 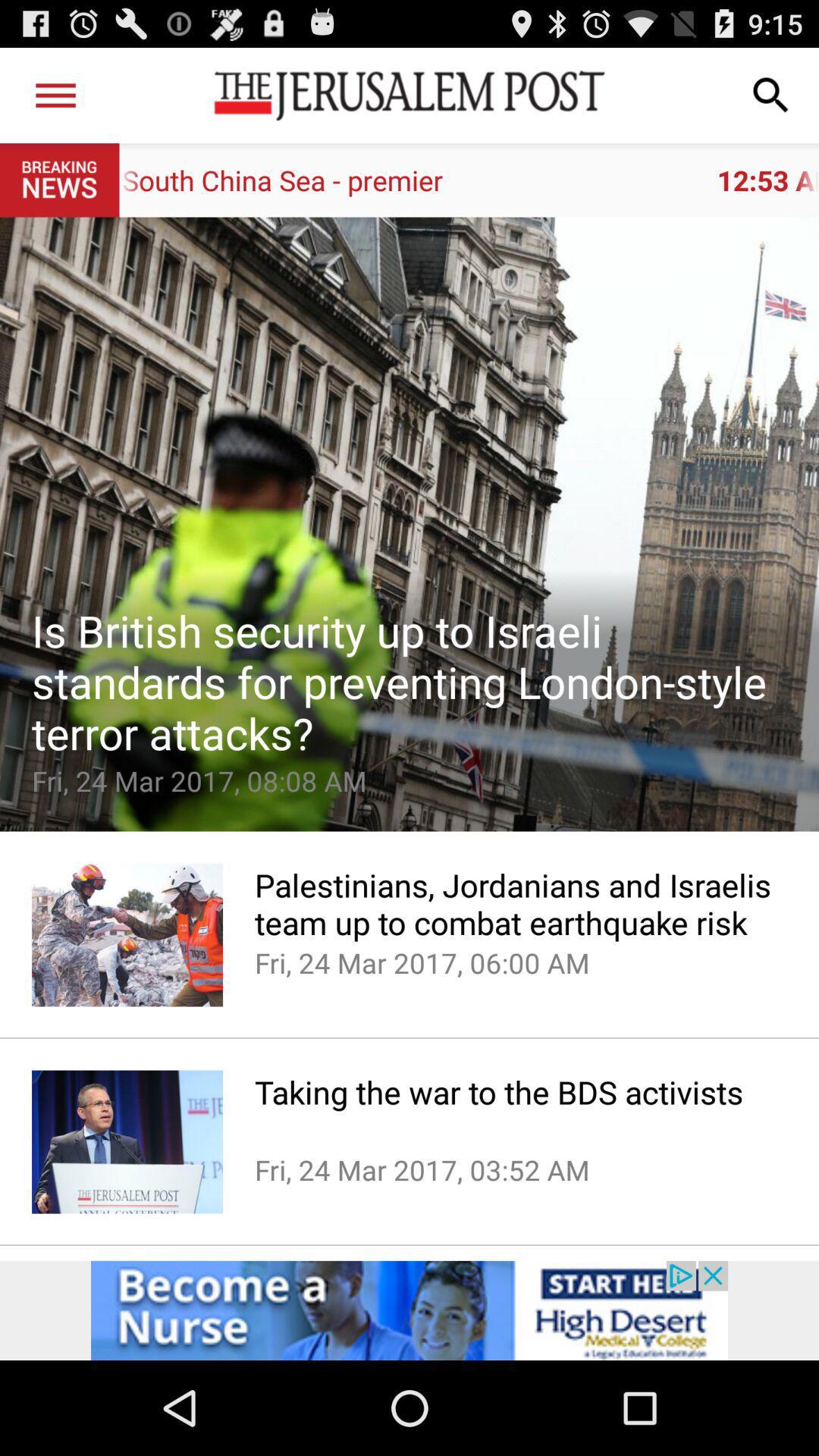 What do you see at coordinates (771, 94) in the screenshot?
I see `the icon at the top right corner` at bounding box center [771, 94].